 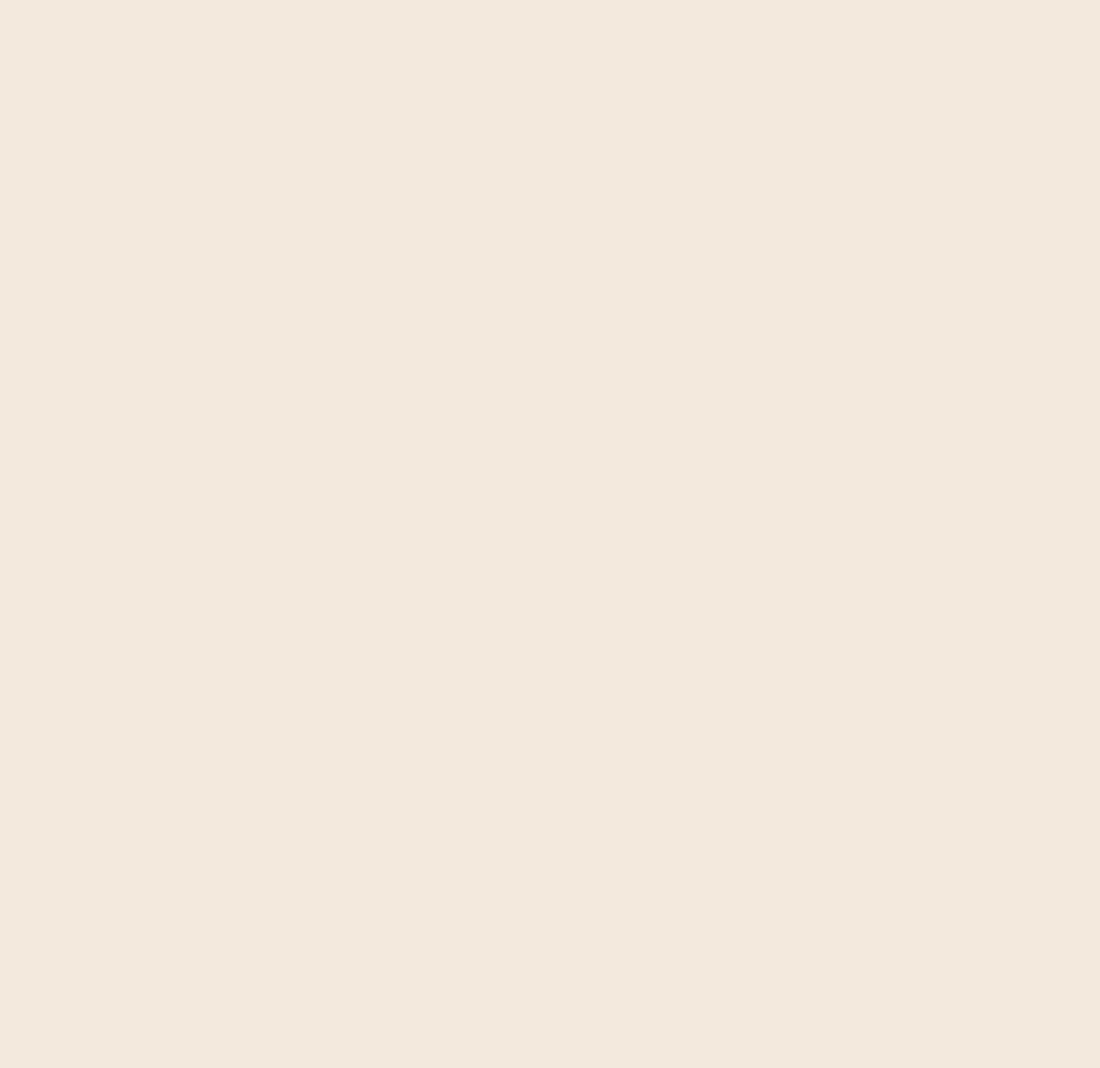 I want to click on 'The Tezos ecosystem continues to grow, scaling to meet demand: from Tezos protocol upgrades featuring transactional rollups, to a commitment to developer tooling and onboarding.', so click(x=789, y=405).